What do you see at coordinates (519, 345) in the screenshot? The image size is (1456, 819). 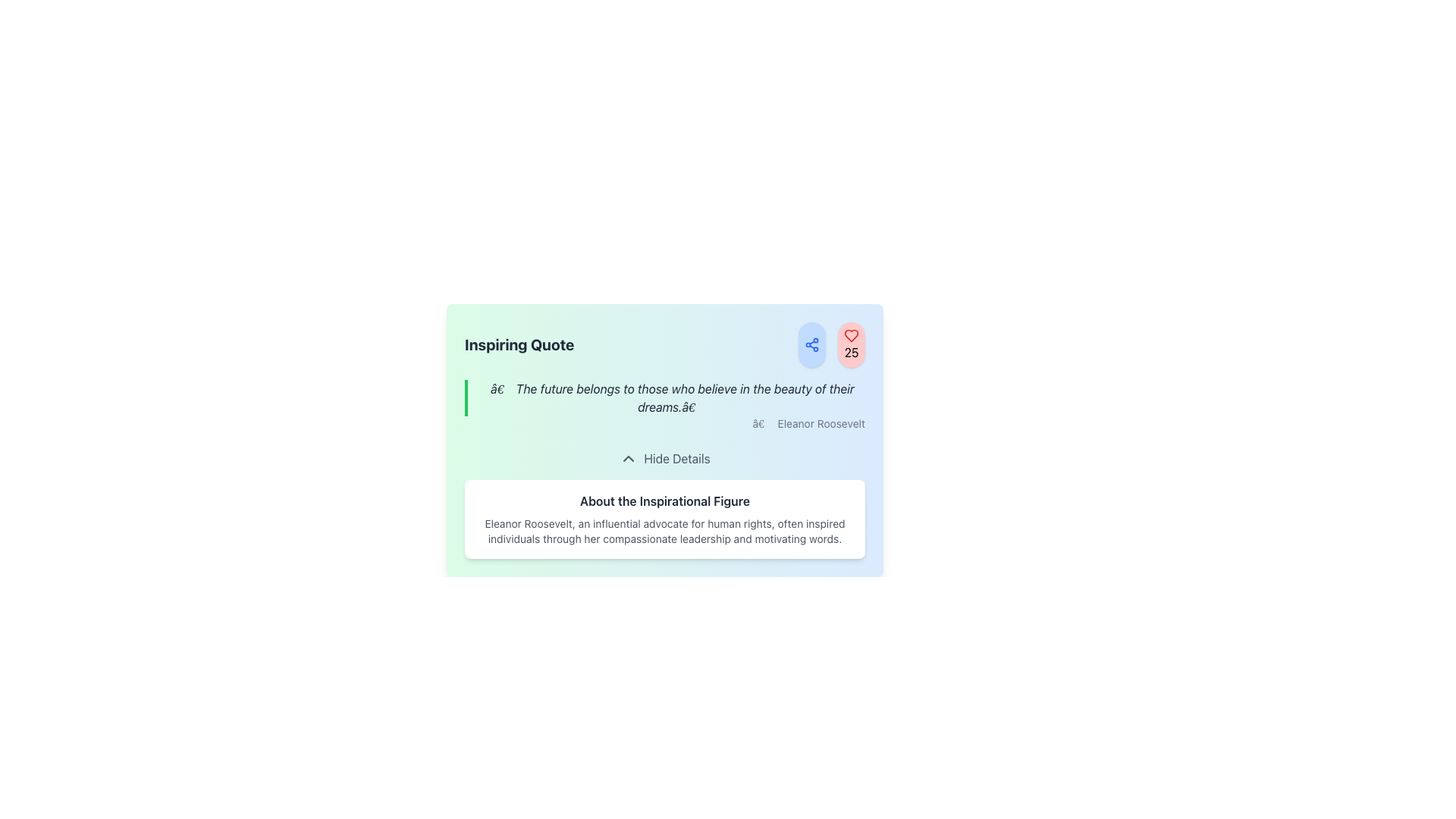 I see `the heading text label displaying 'Inspiring Quote' which is styled in a large sans-serif font on a light green-to-blue gradient background` at bounding box center [519, 345].